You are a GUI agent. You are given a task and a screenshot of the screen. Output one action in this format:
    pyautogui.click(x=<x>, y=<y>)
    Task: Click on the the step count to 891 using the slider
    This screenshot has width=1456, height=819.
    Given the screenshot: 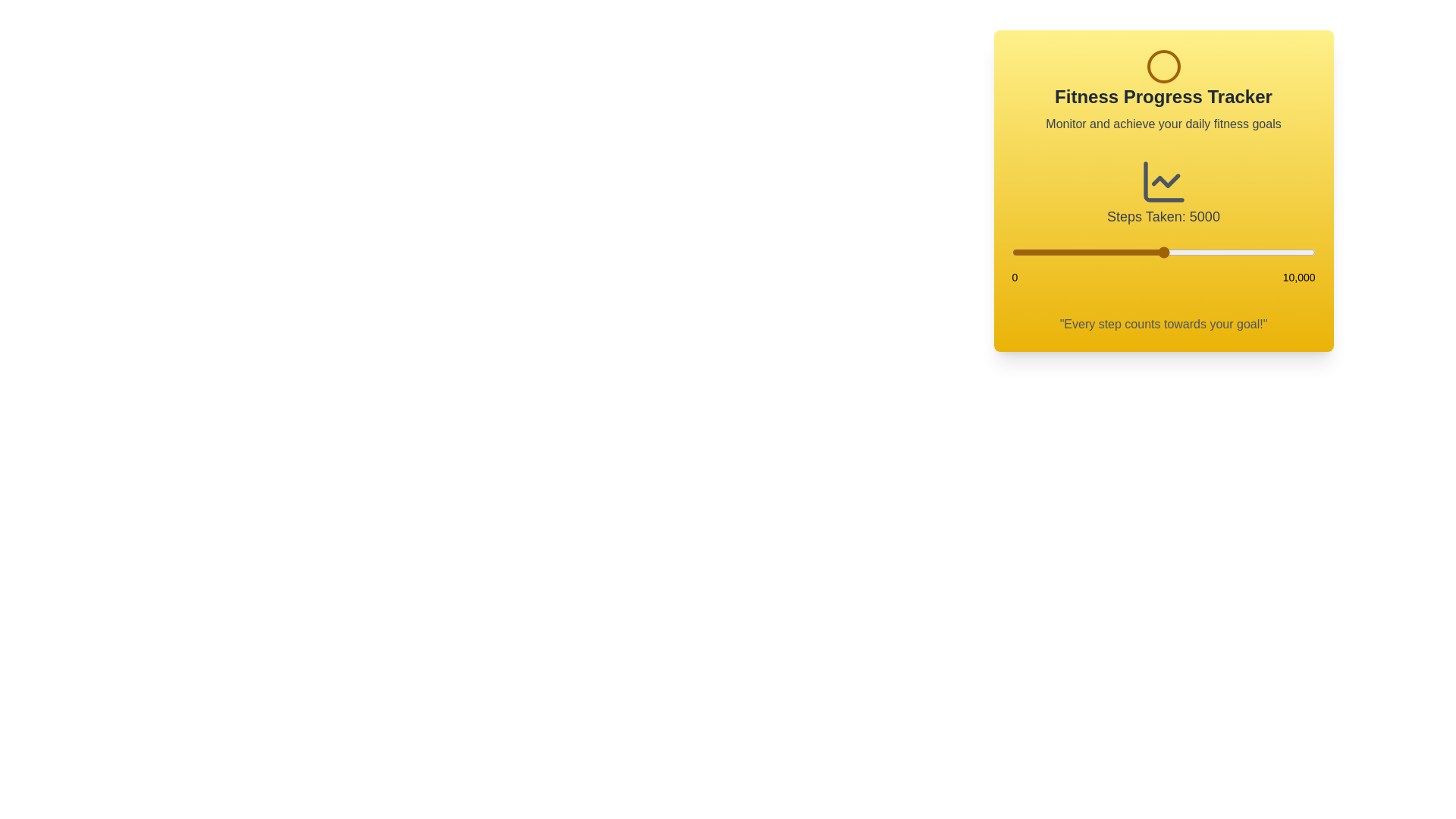 What is the action you would take?
    pyautogui.click(x=1038, y=251)
    